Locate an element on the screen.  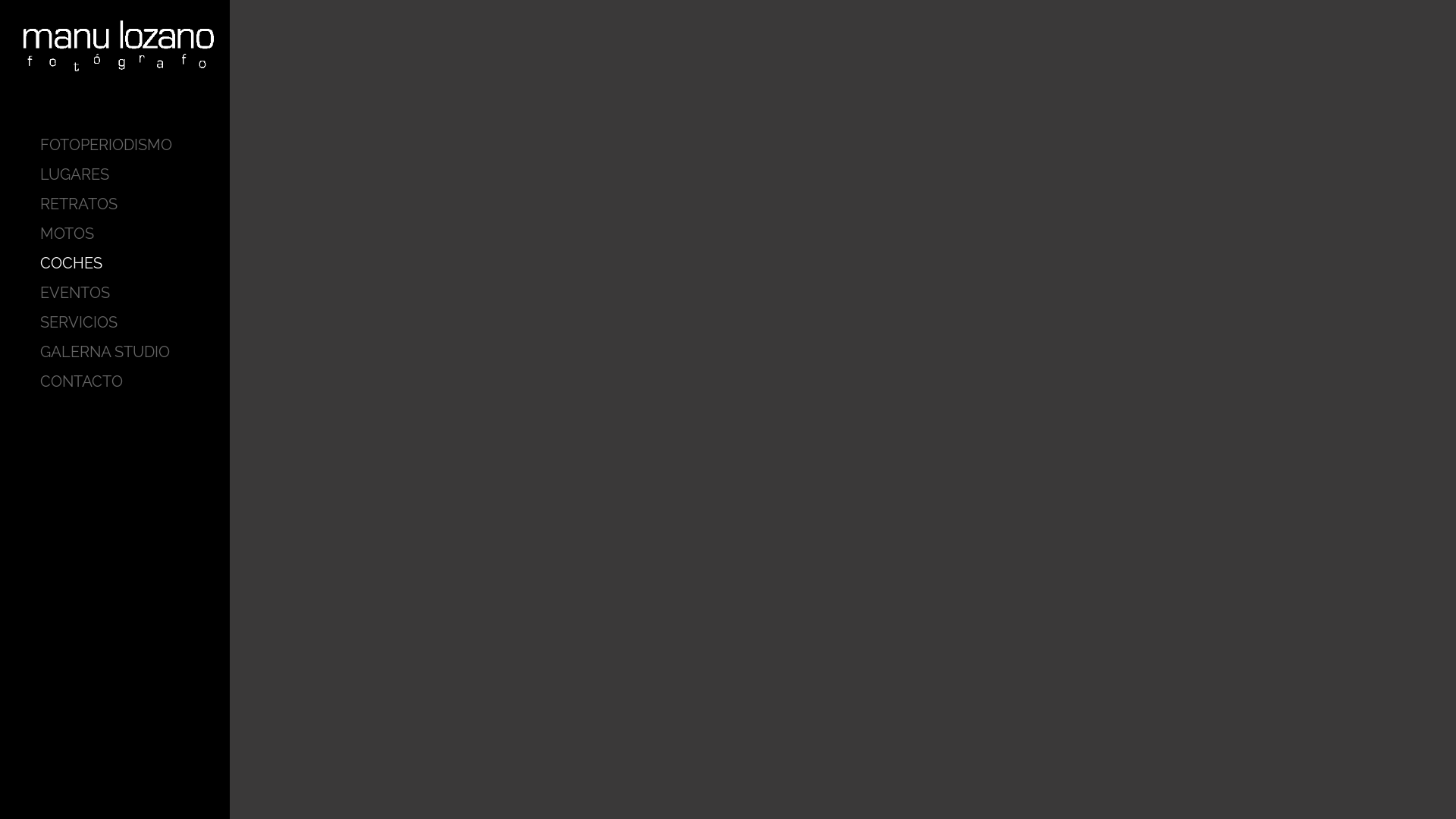
'SERVICIOS' is located at coordinates (32, 321).